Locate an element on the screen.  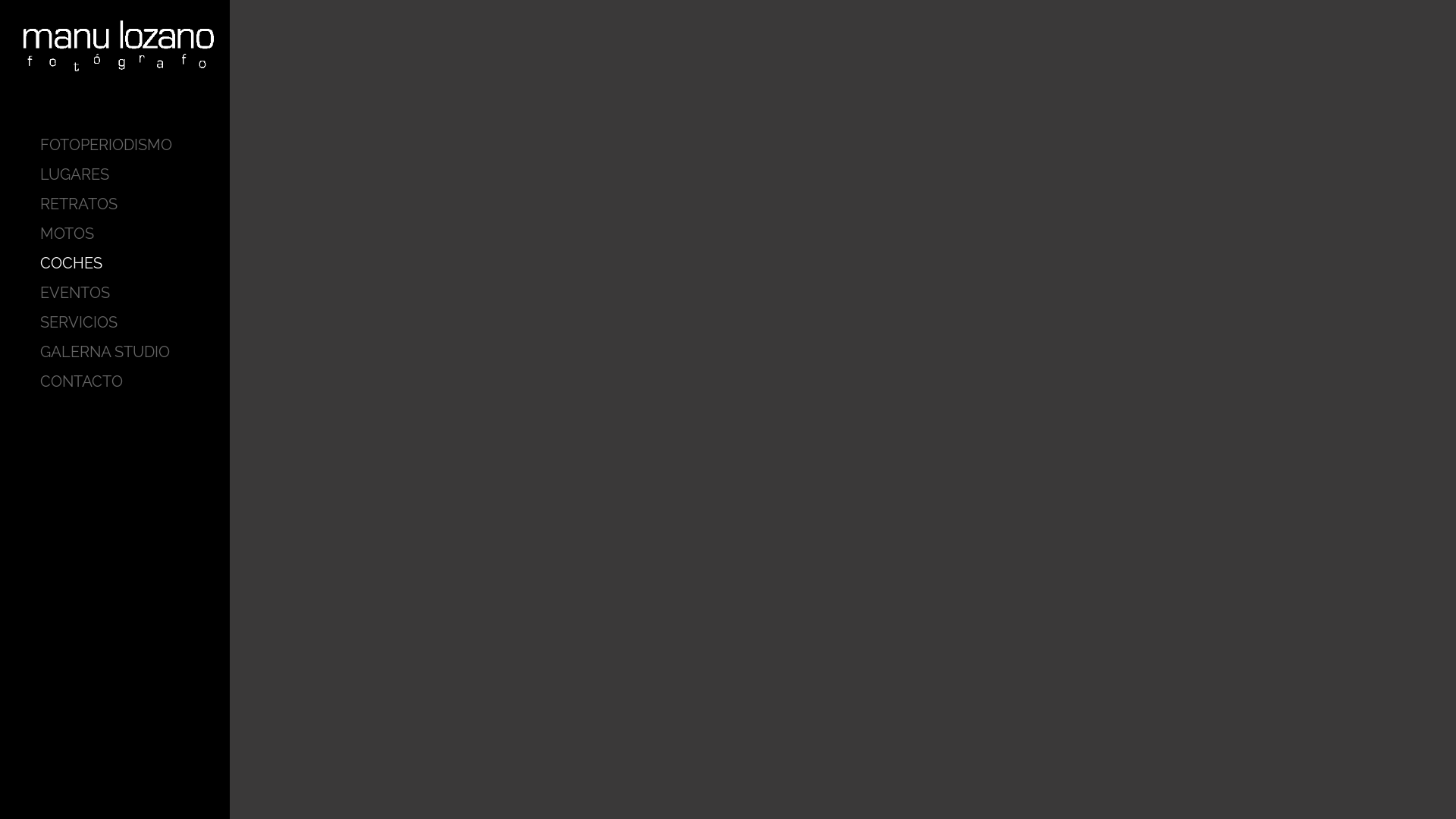
'SERVICIOS' is located at coordinates (32, 321).